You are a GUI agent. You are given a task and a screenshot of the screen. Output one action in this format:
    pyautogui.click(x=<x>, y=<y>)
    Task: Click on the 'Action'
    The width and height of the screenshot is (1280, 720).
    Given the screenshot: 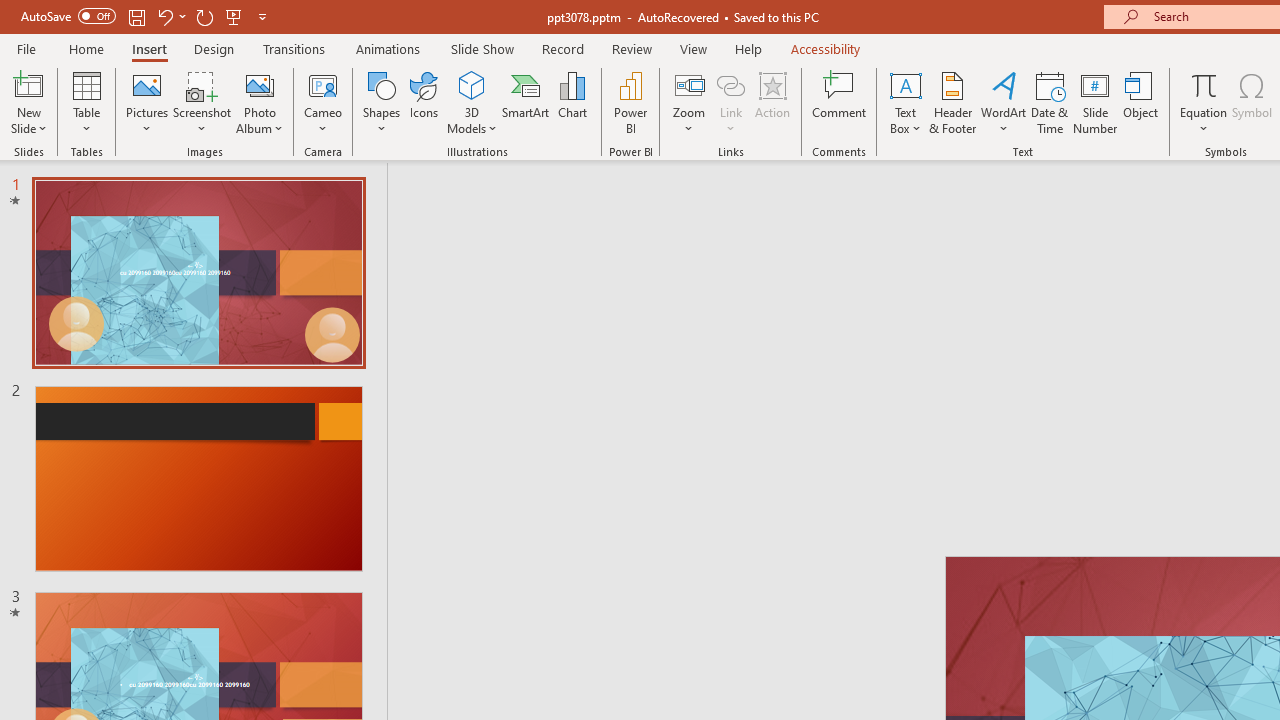 What is the action you would take?
    pyautogui.click(x=772, y=103)
    